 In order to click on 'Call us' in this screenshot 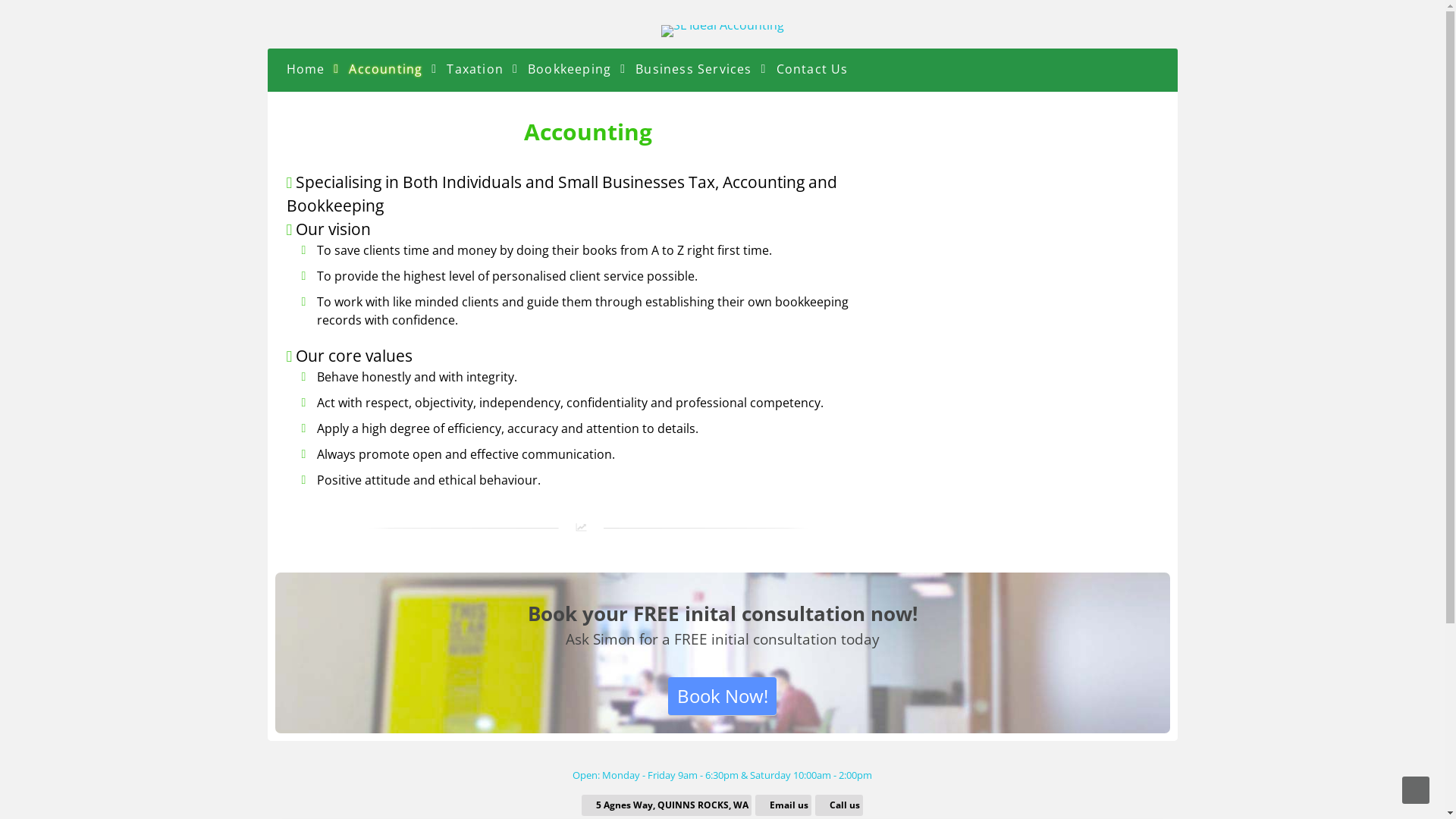, I will do `click(838, 804)`.